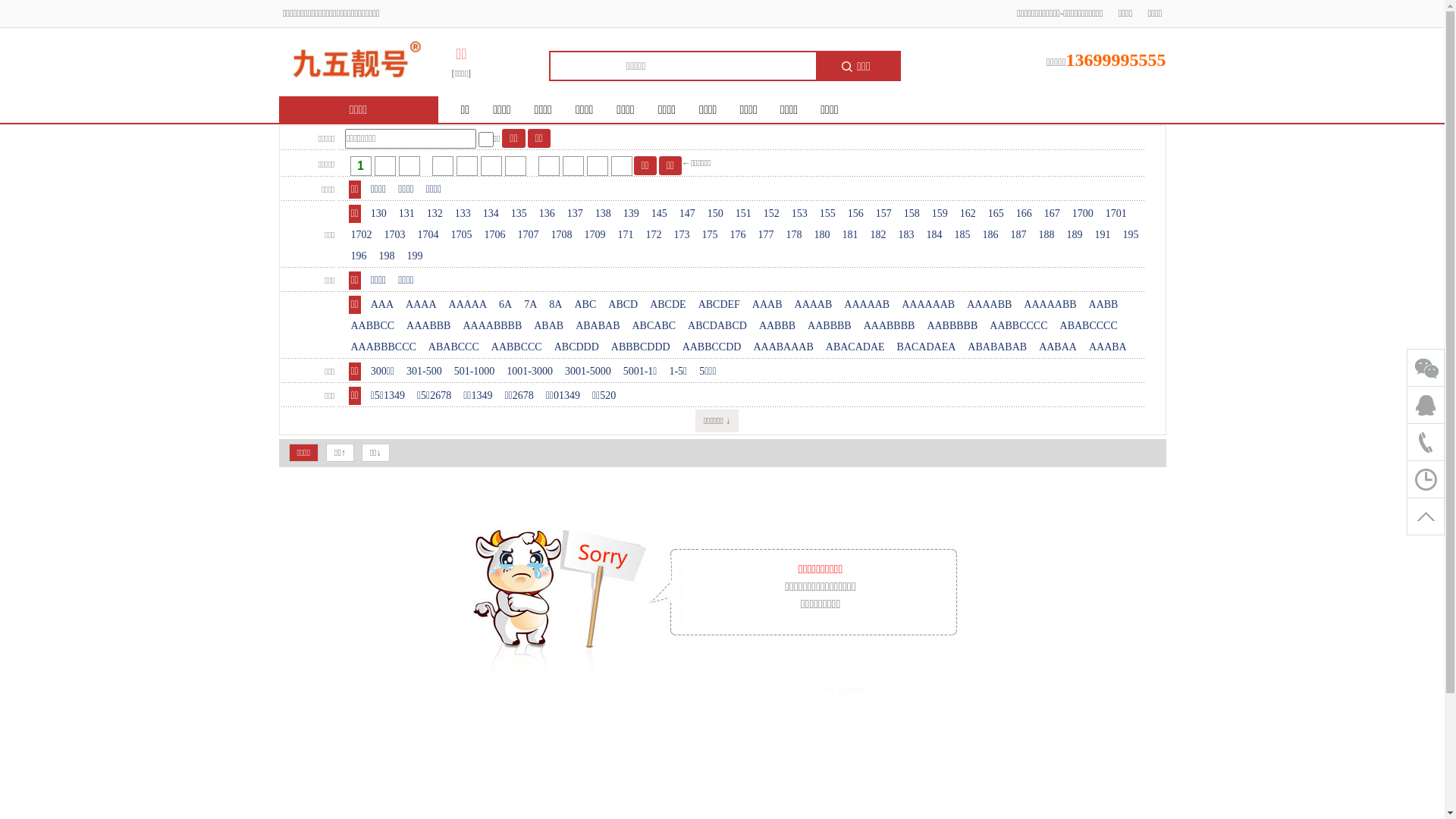 Image resolution: width=1456 pixels, height=819 pixels. What do you see at coordinates (1074, 234) in the screenshot?
I see `'189'` at bounding box center [1074, 234].